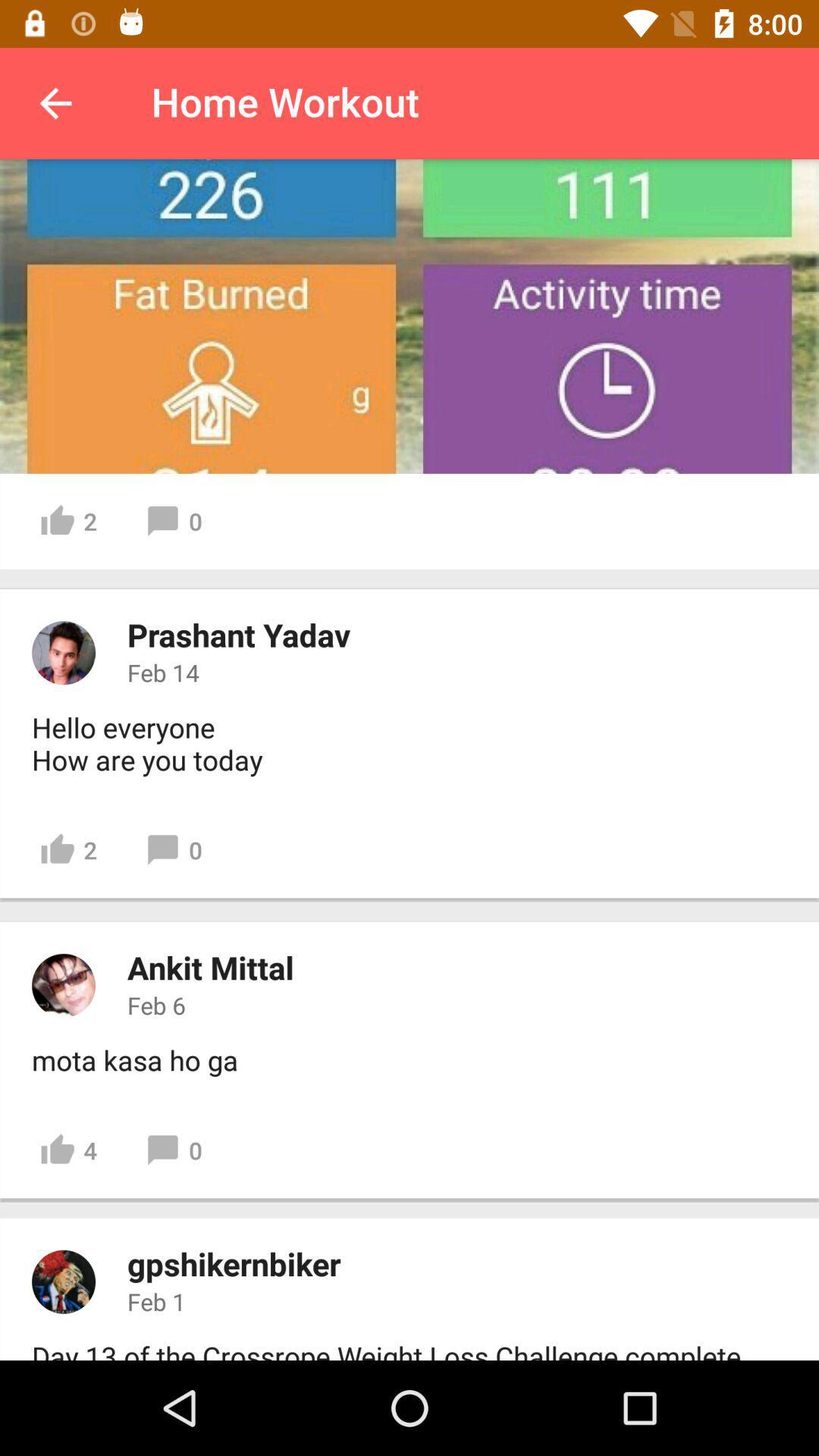 This screenshot has height=1456, width=819. Describe the element at coordinates (63, 1281) in the screenshot. I see `display picture` at that location.